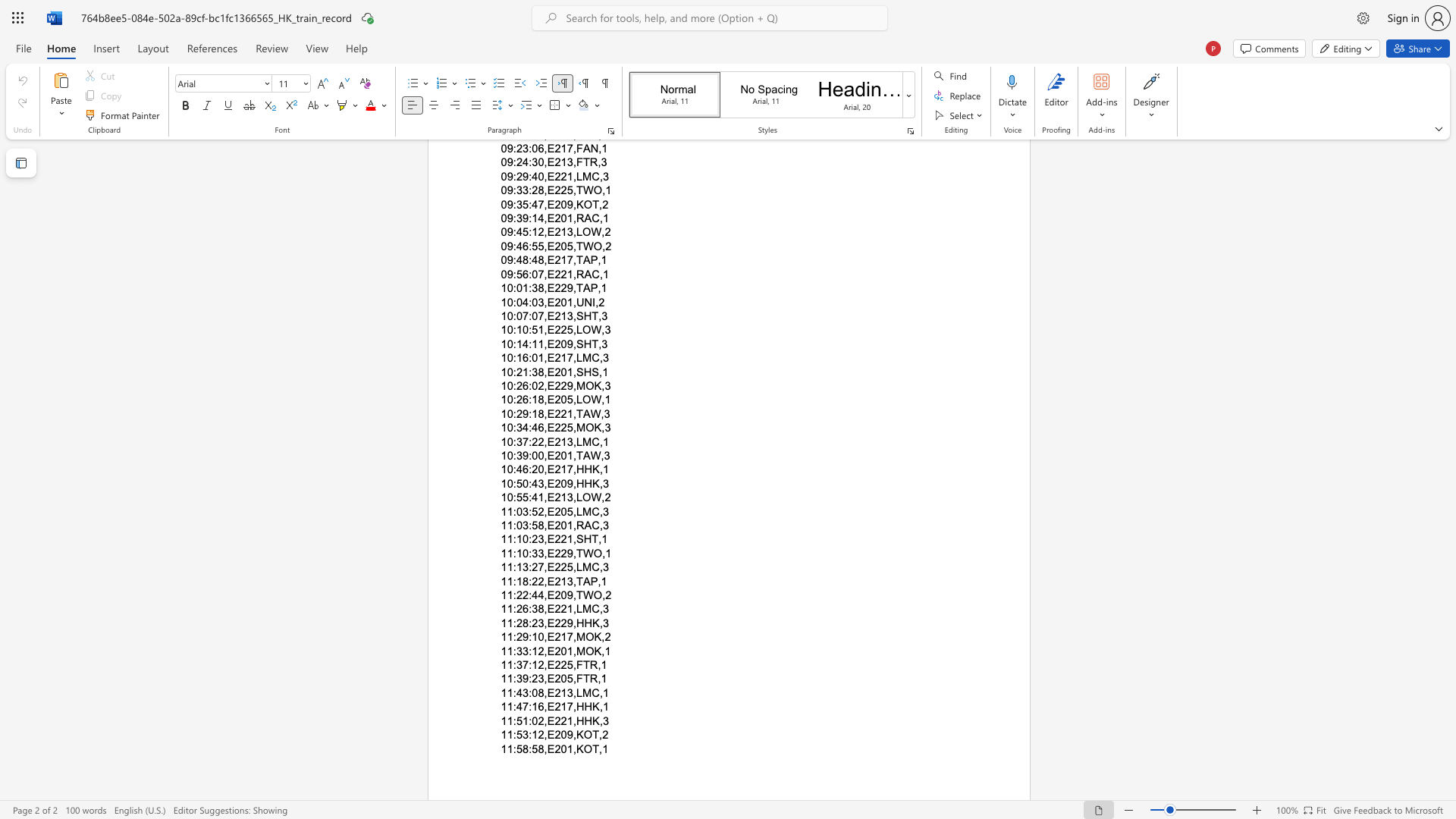 The width and height of the screenshot is (1456, 819). Describe the element at coordinates (544, 664) in the screenshot. I see `the subset text ",E225," within the text "11:37:12,E225,FTR,1"` at that location.